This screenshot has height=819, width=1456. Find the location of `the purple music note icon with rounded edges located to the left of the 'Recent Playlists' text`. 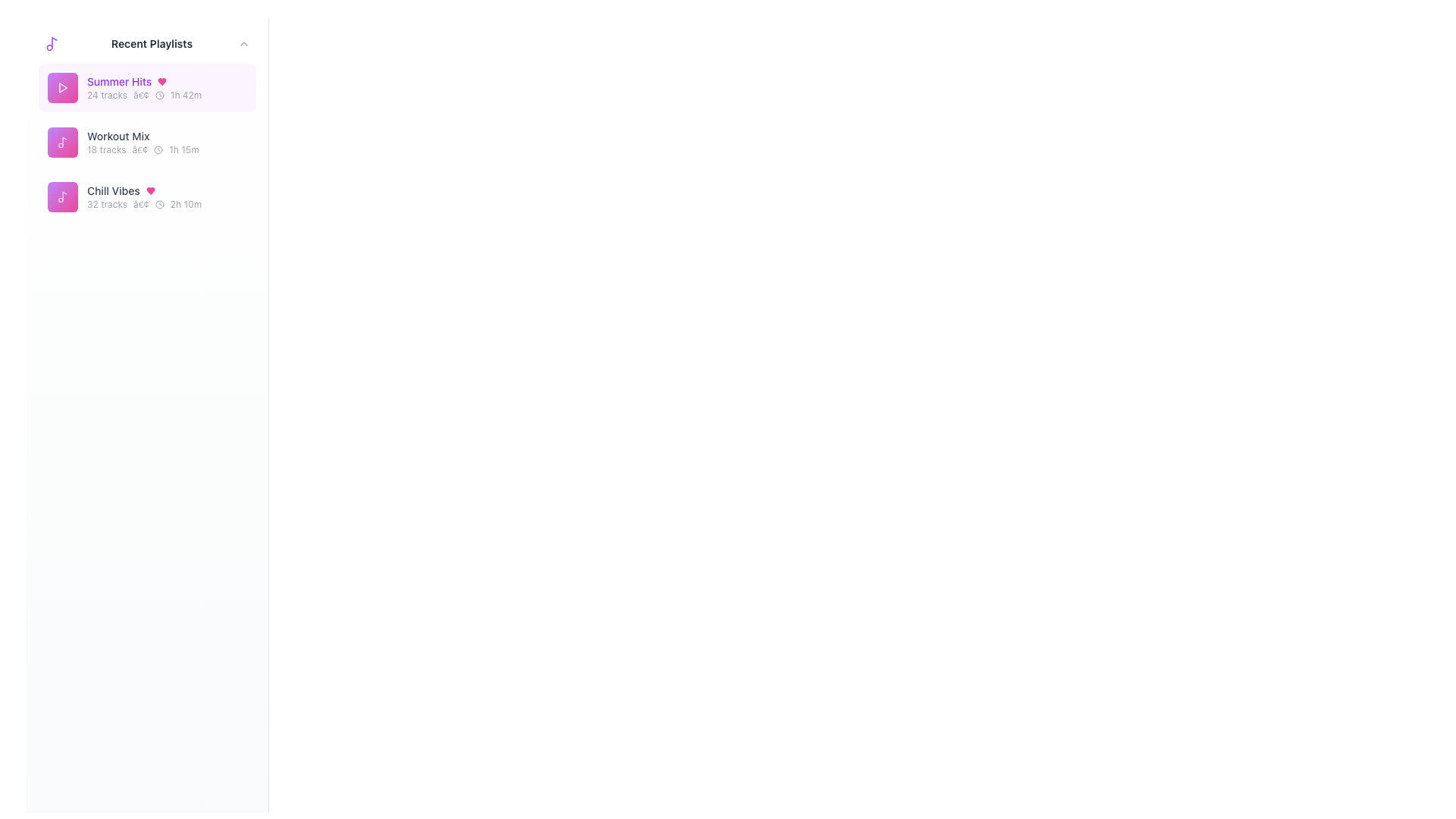

the purple music note icon with rounded edges located to the left of the 'Recent Playlists' text is located at coordinates (52, 42).